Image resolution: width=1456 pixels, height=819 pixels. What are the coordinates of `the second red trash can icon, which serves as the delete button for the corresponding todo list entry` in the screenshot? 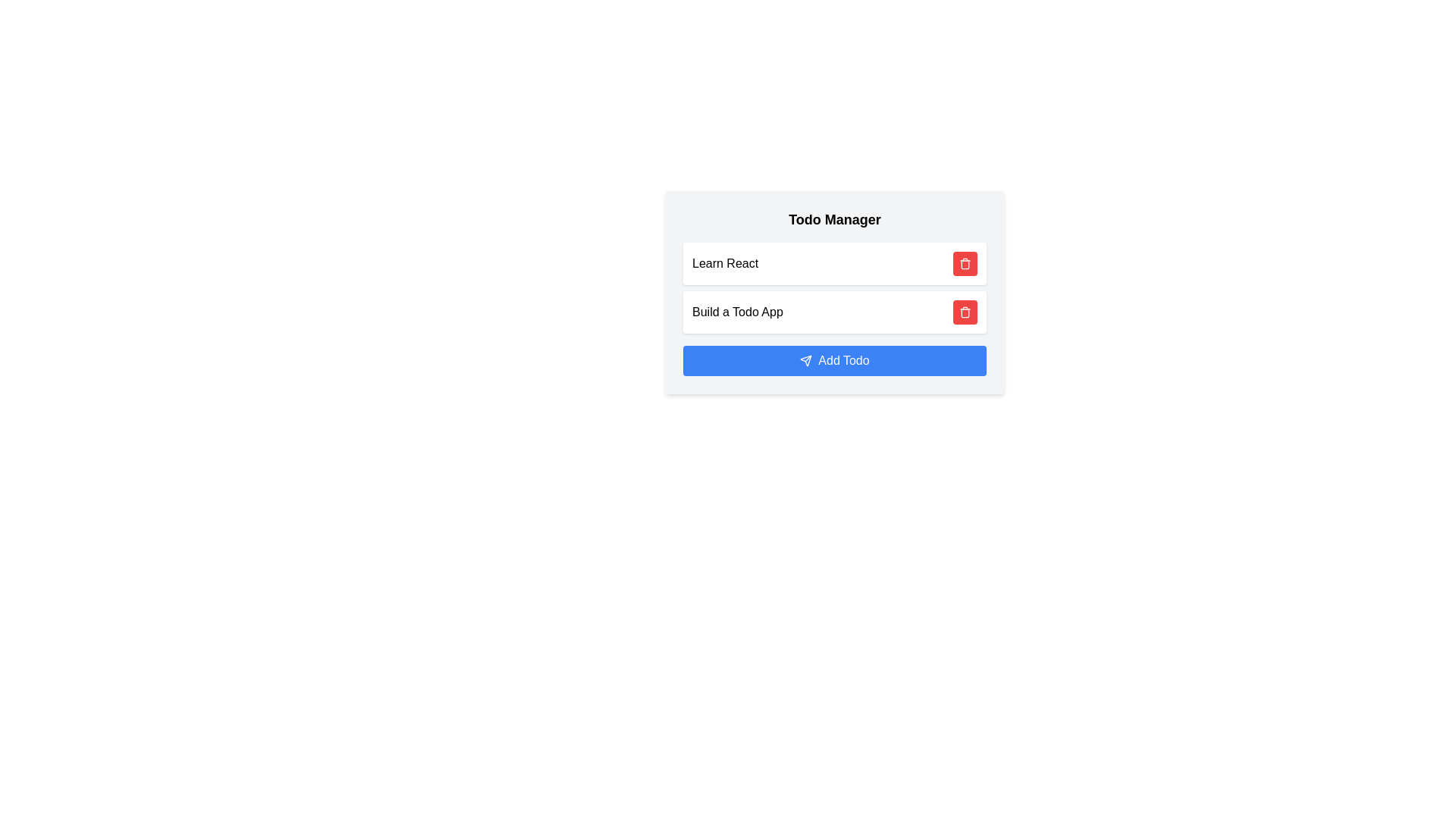 It's located at (964, 312).